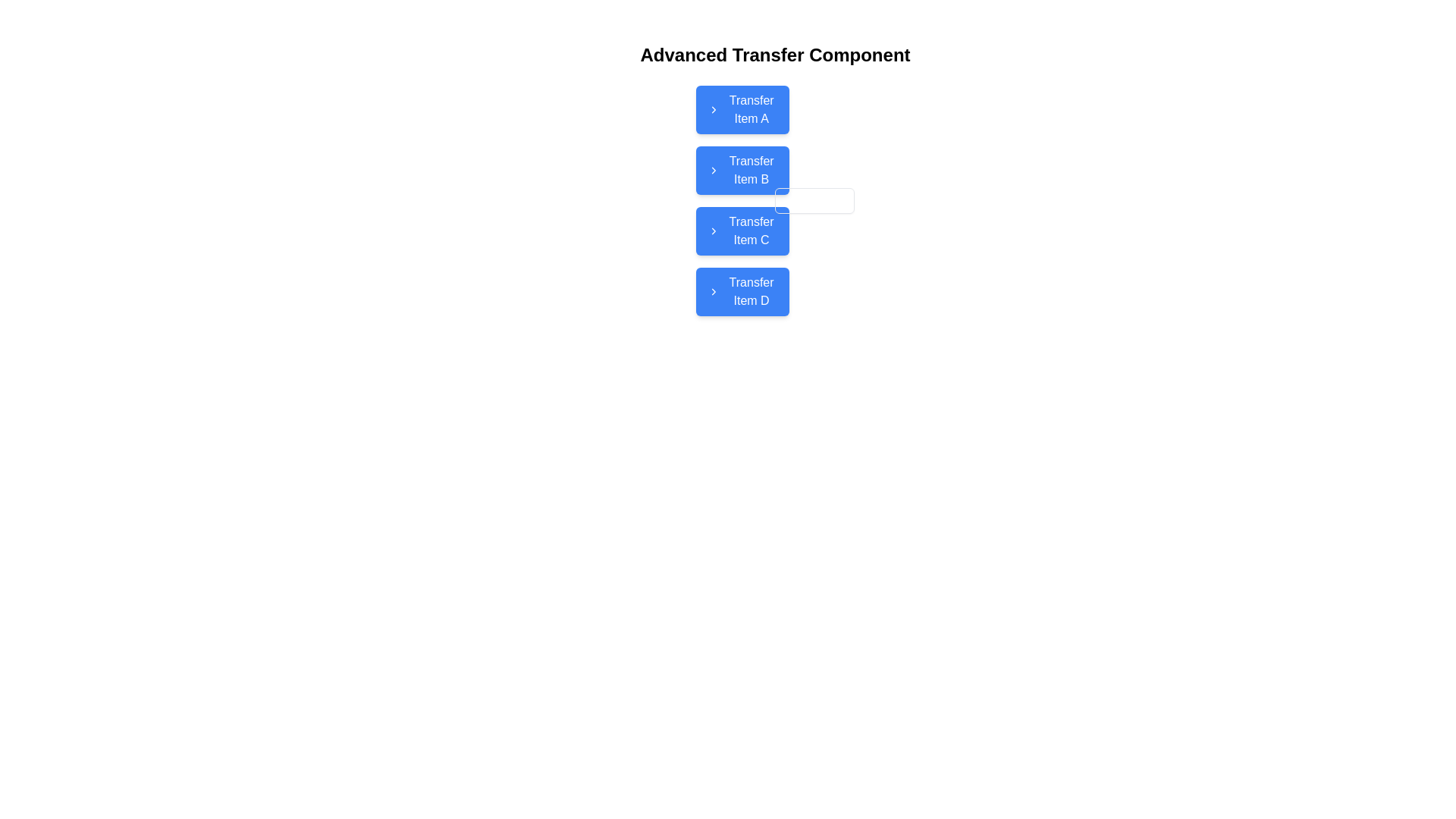 This screenshot has height=819, width=1456. What do you see at coordinates (742, 170) in the screenshot?
I see `the button labeled 'Transfer Item B' with a blue background and white text` at bounding box center [742, 170].